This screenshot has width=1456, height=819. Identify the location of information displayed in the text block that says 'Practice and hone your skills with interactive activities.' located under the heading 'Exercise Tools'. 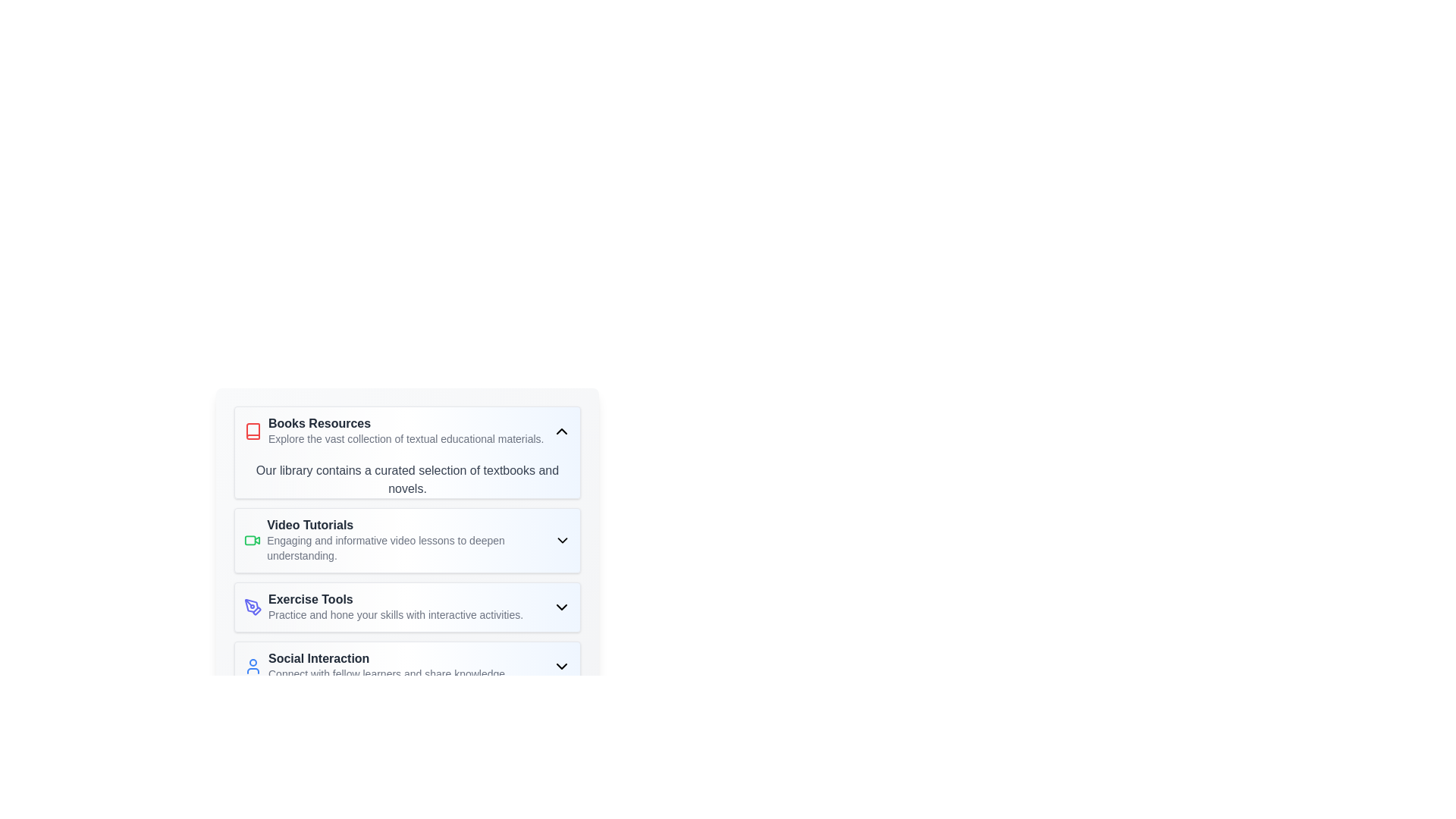
(396, 614).